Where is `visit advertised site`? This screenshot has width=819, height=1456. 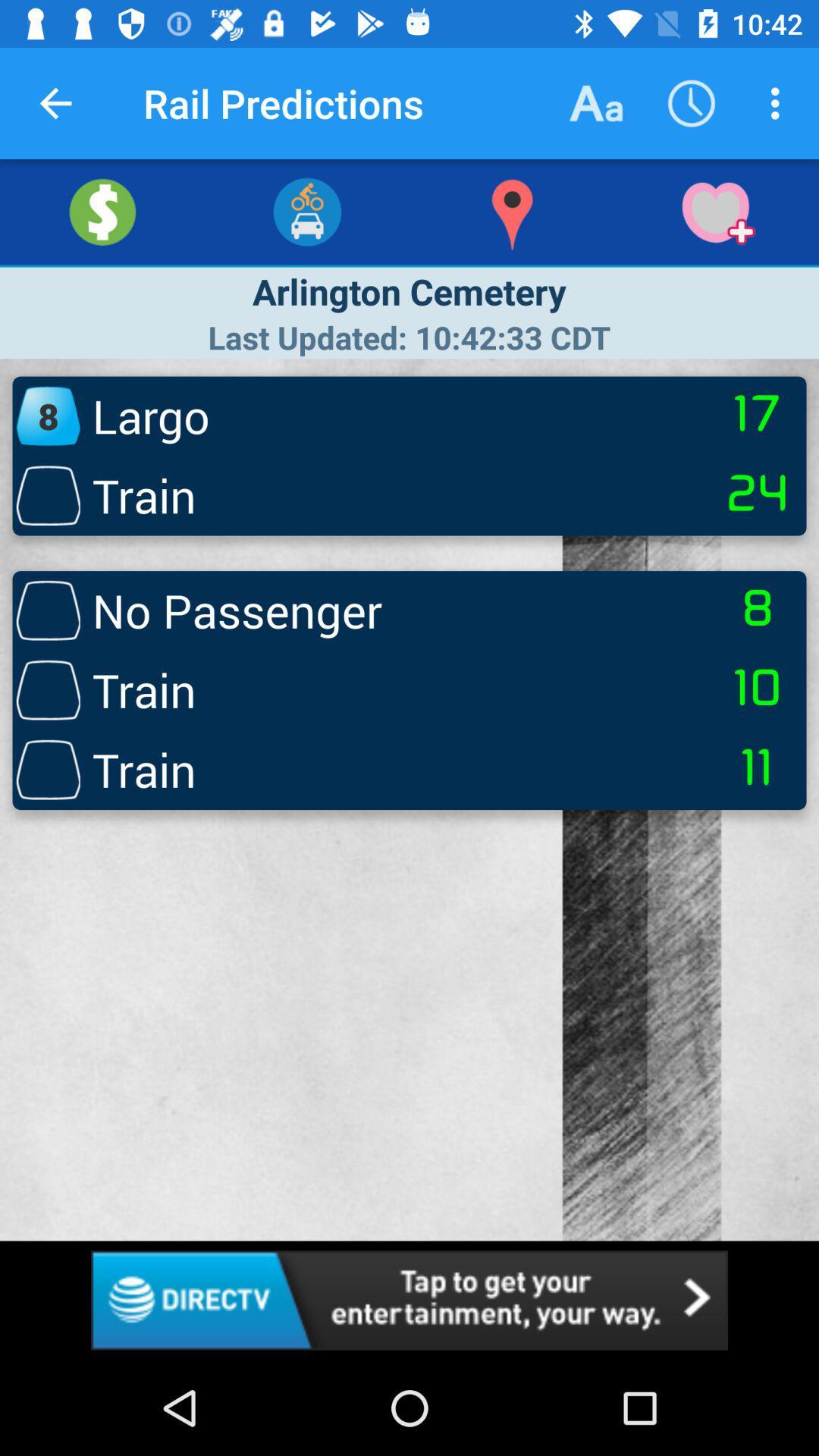
visit advertised site is located at coordinates (409, 1299).